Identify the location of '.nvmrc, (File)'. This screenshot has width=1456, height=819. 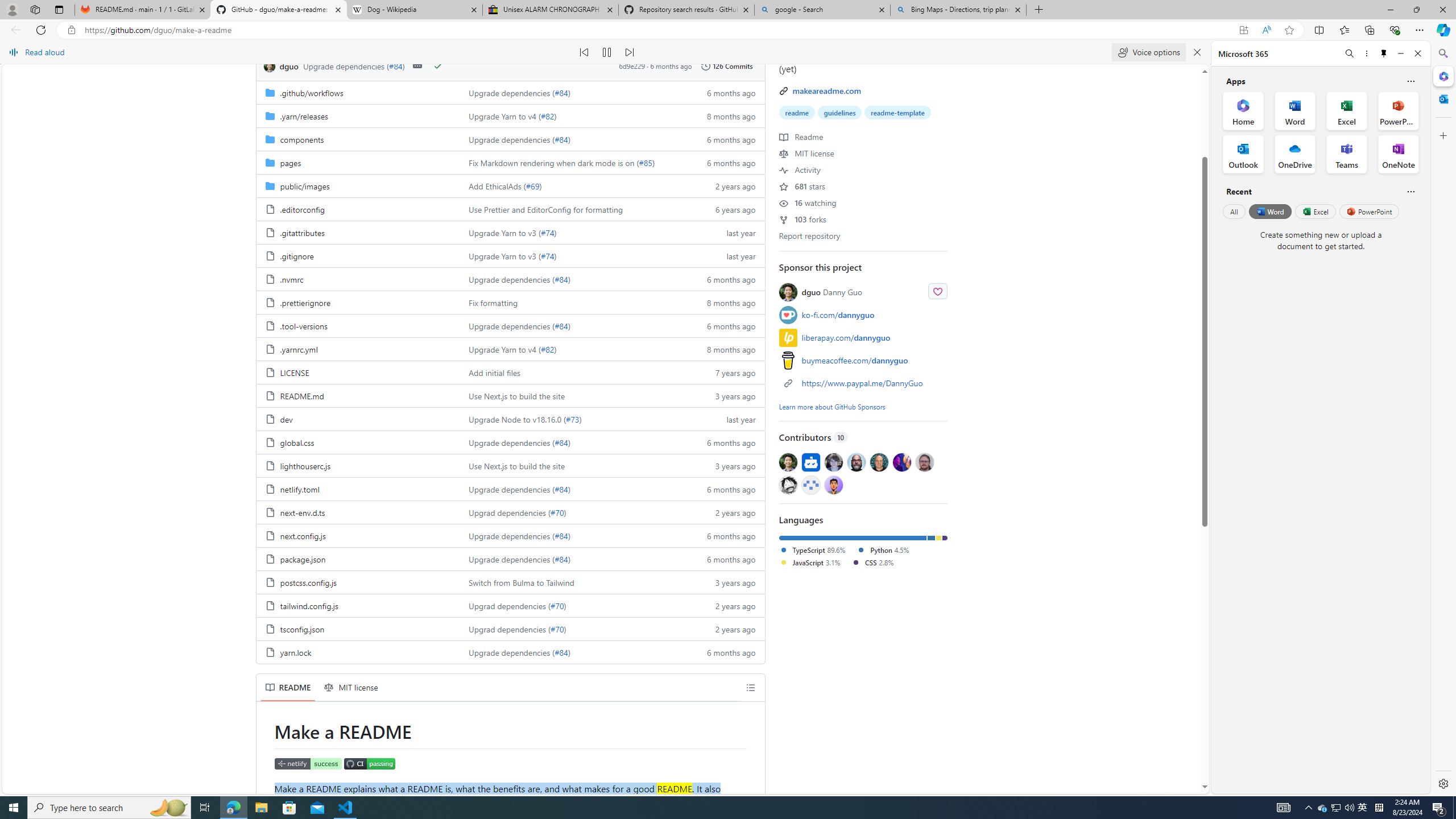
(357, 279).